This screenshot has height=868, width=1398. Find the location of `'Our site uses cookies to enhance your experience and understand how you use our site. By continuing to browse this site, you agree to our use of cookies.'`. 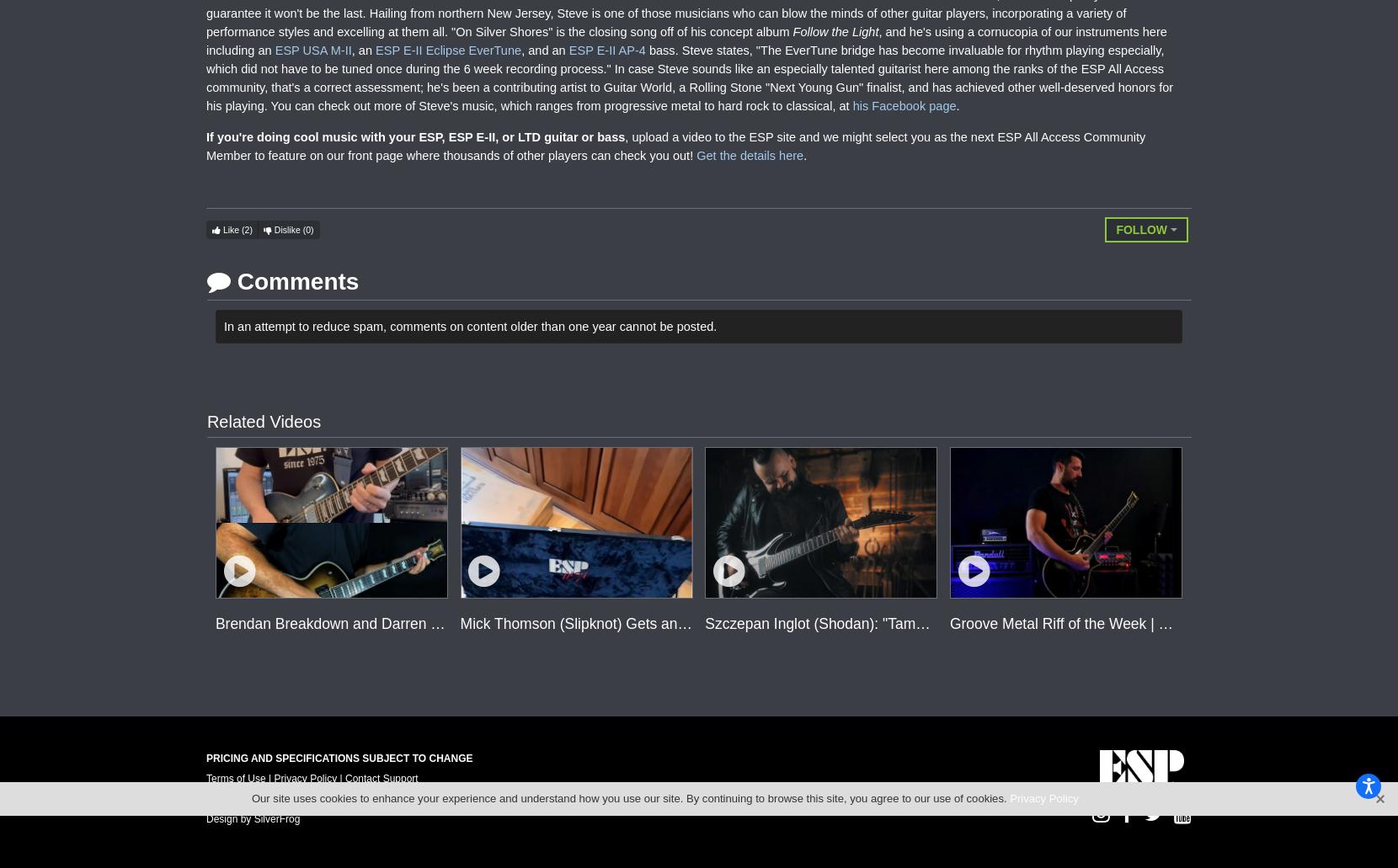

'Our site uses cookies to enhance your experience and understand how you use our site. By continuing to browse this site, you agree to our use of cookies.' is located at coordinates (630, 797).